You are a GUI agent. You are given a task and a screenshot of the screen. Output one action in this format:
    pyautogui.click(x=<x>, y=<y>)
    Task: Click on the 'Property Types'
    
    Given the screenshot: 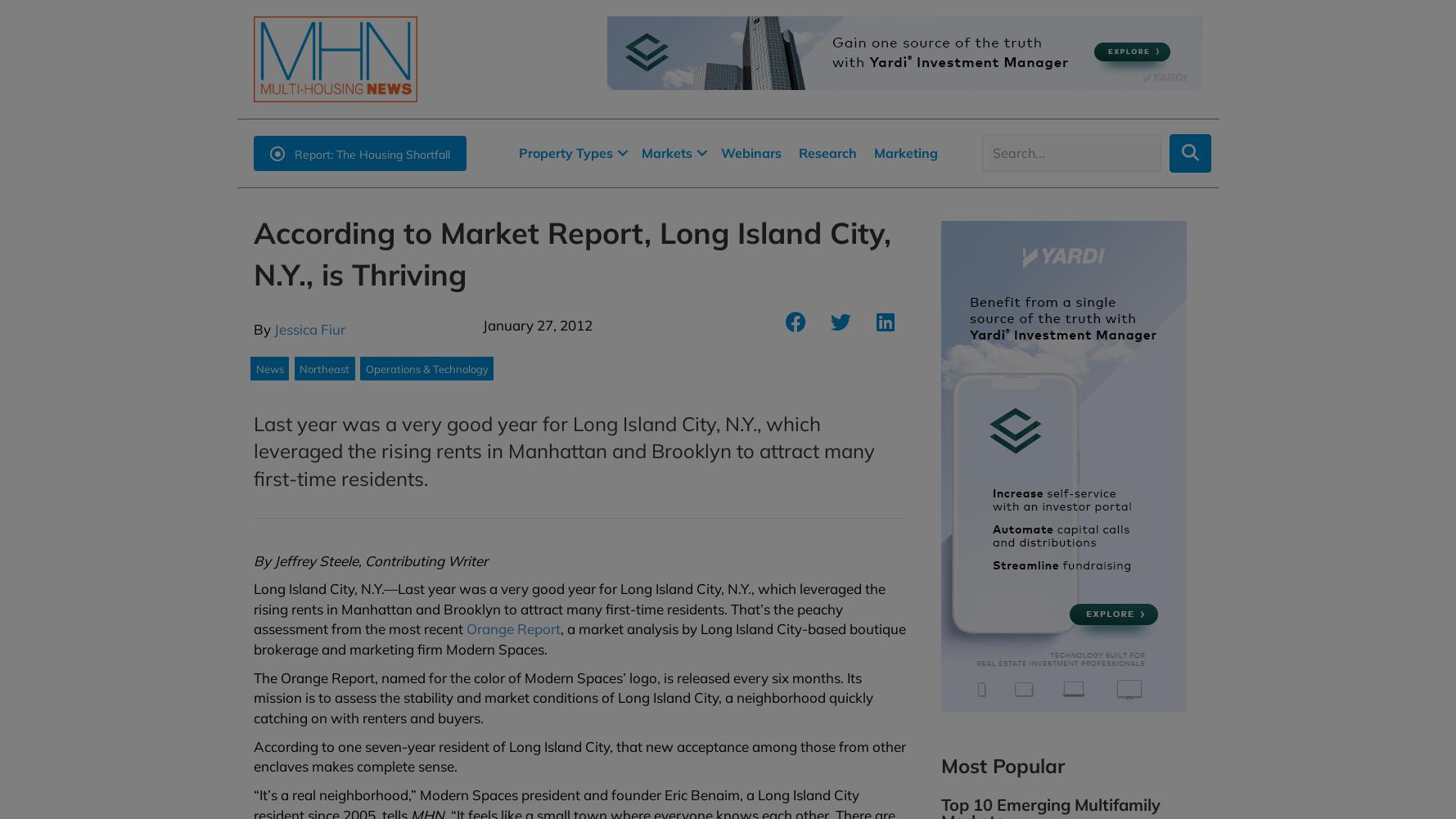 What is the action you would take?
    pyautogui.click(x=565, y=152)
    